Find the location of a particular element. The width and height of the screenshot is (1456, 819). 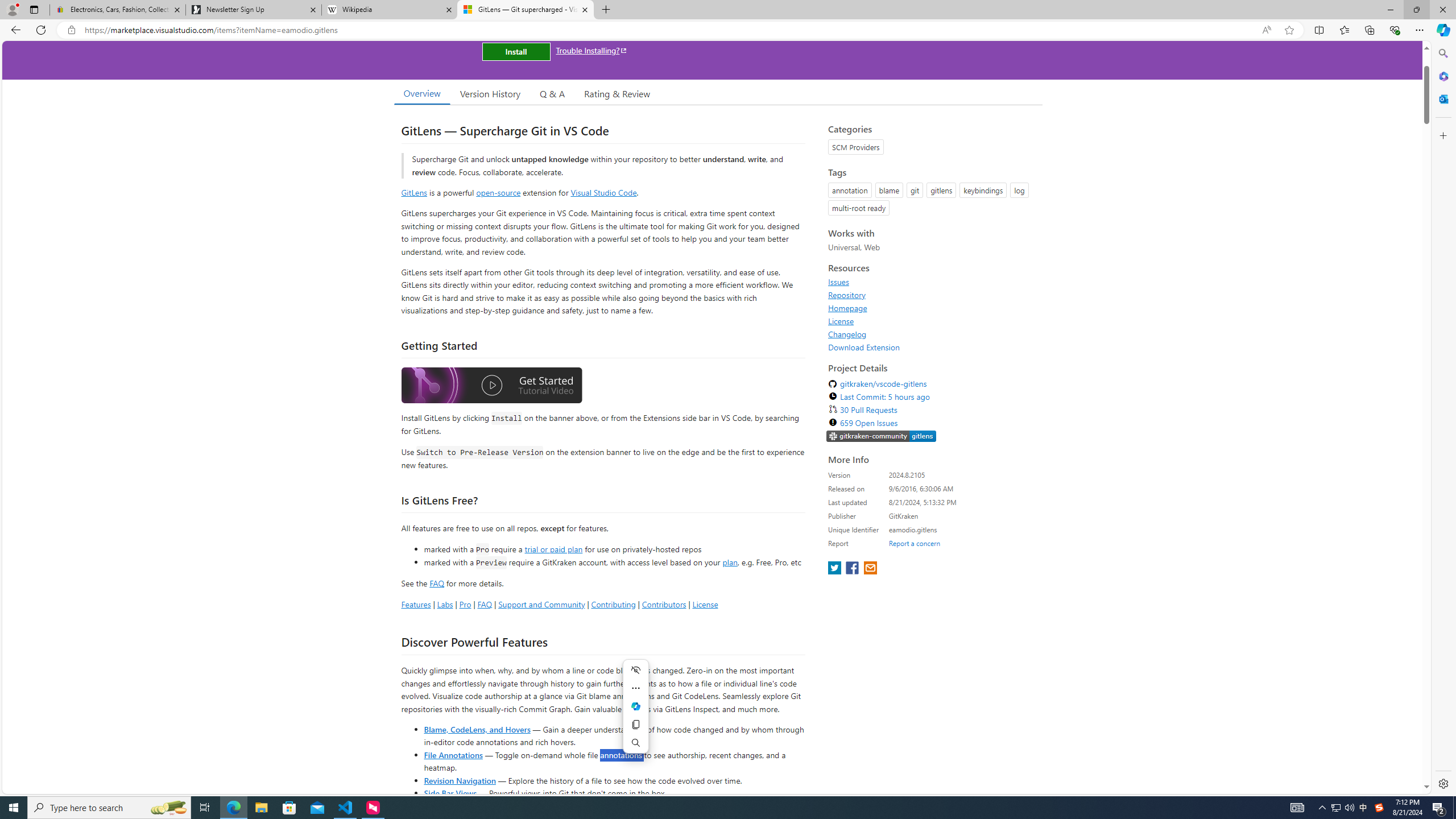

'trial or paid plan' is located at coordinates (552, 548).